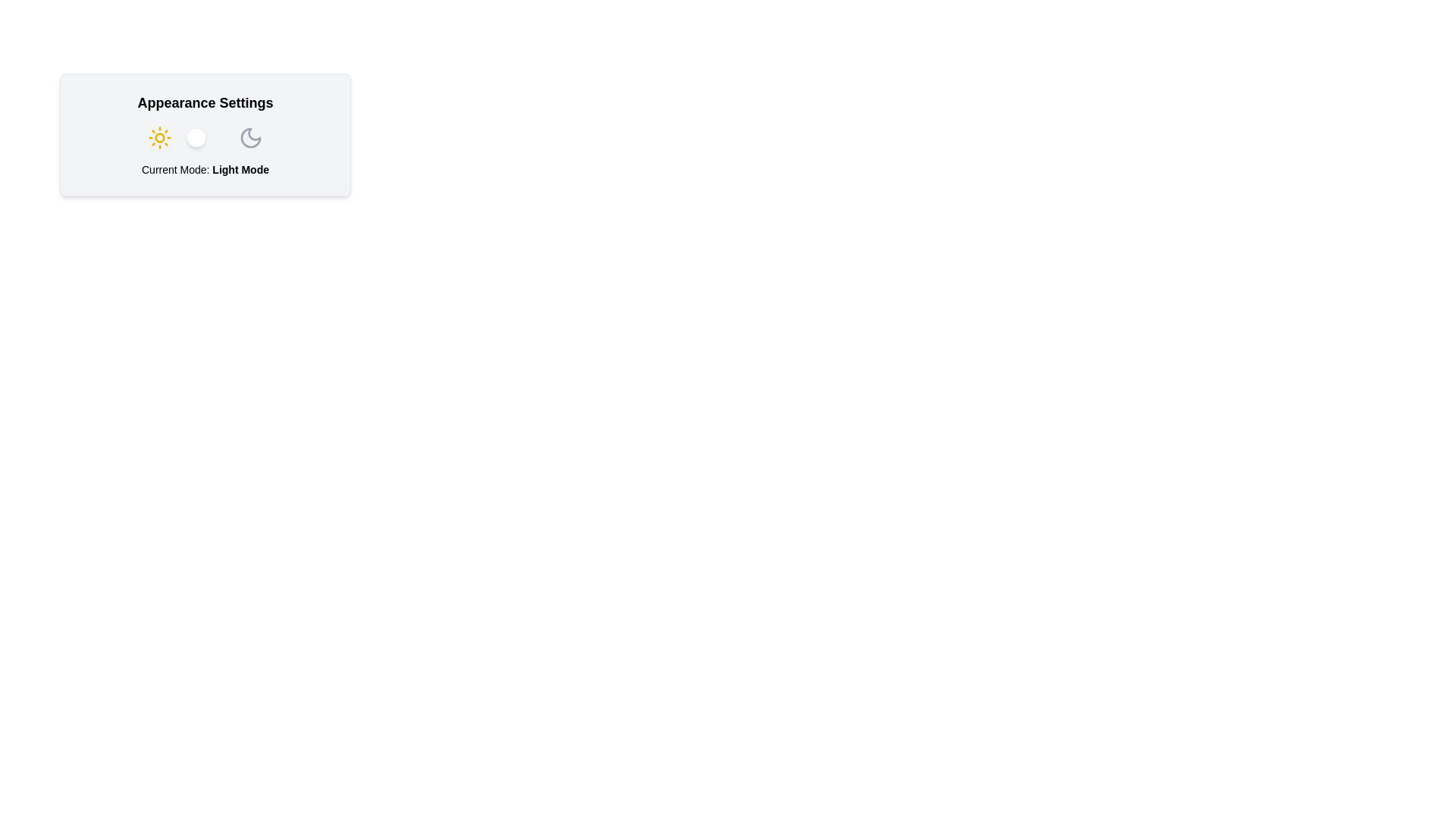 The width and height of the screenshot is (1456, 819). Describe the element at coordinates (251, 137) in the screenshot. I see `the dark mode icon located at the rightmost position among display settings icons to switch to dark mode` at that location.